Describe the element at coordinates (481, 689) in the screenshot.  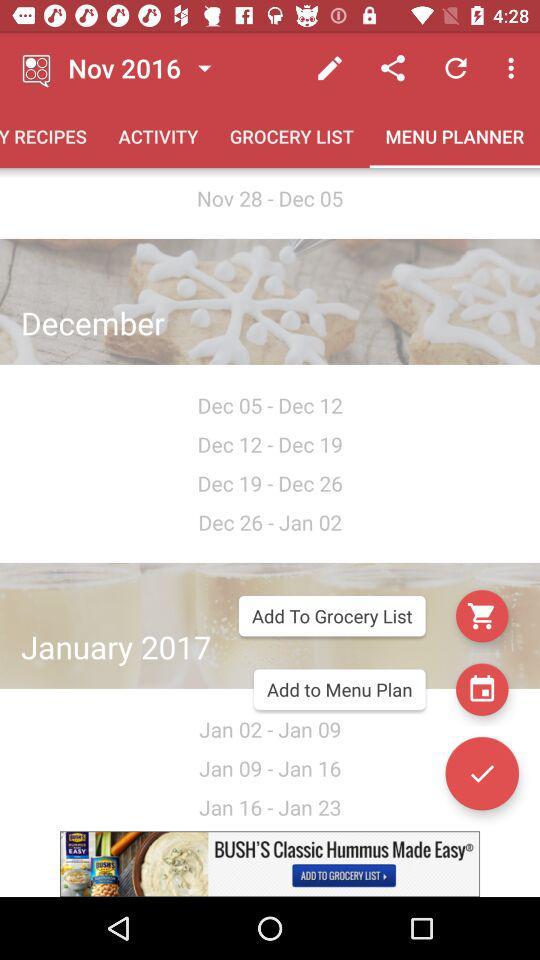
I see `check calendar` at that location.